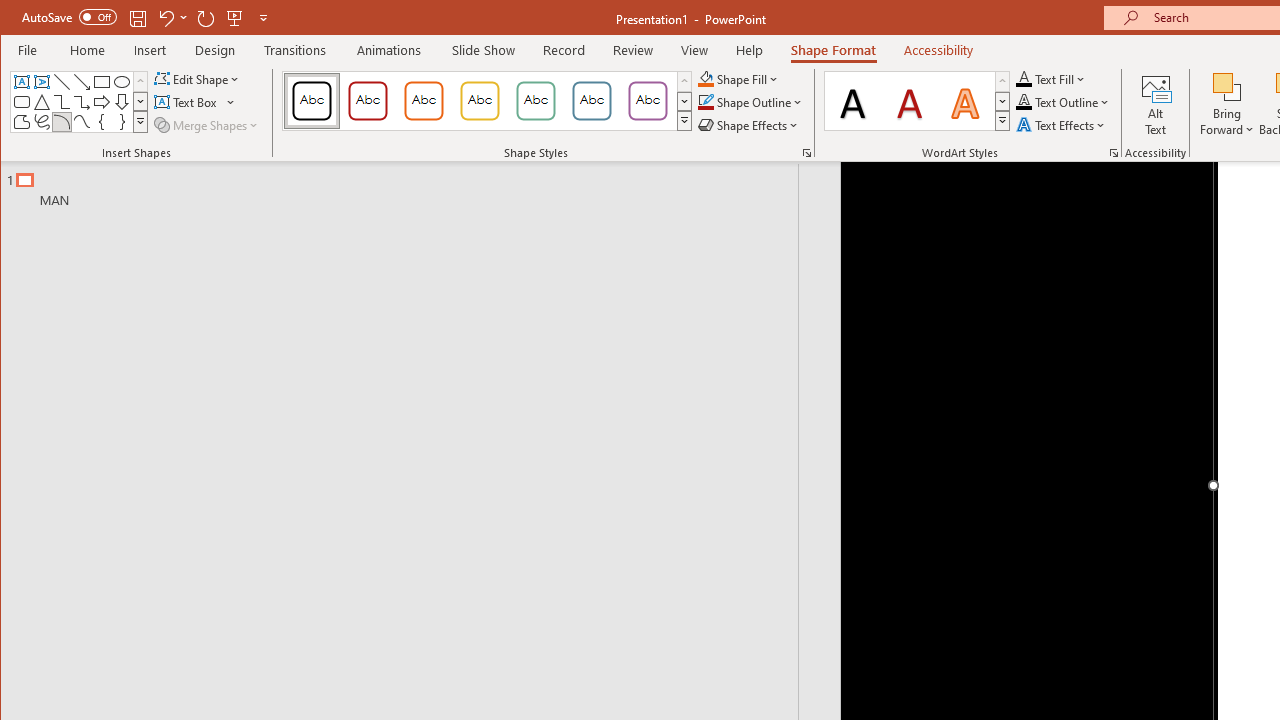 The width and height of the screenshot is (1280, 720). What do you see at coordinates (62, 122) in the screenshot?
I see `'Arc'` at bounding box center [62, 122].